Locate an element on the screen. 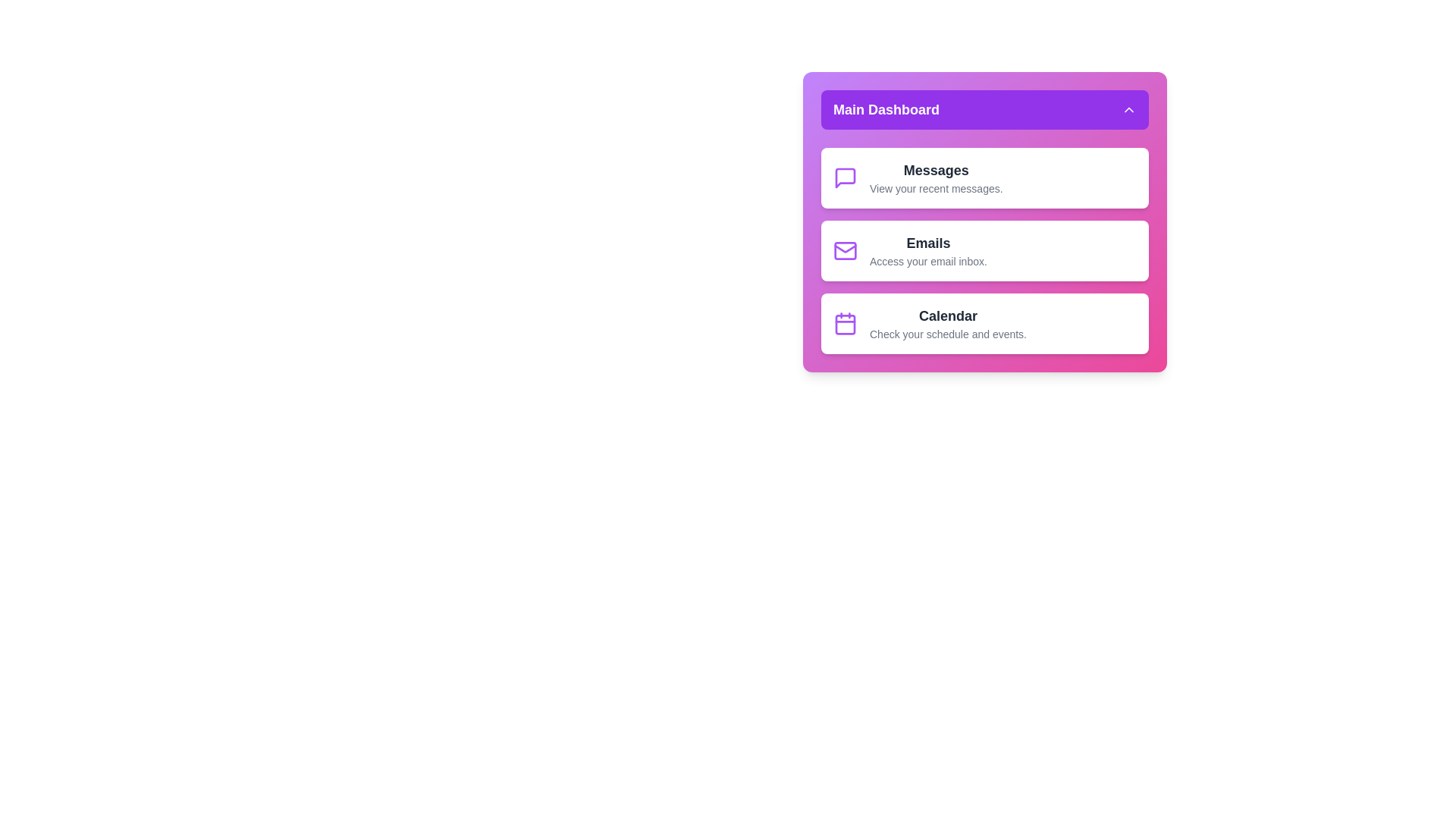 The image size is (1456, 819). the menu item Messages from the displayed menu is located at coordinates (985, 177).